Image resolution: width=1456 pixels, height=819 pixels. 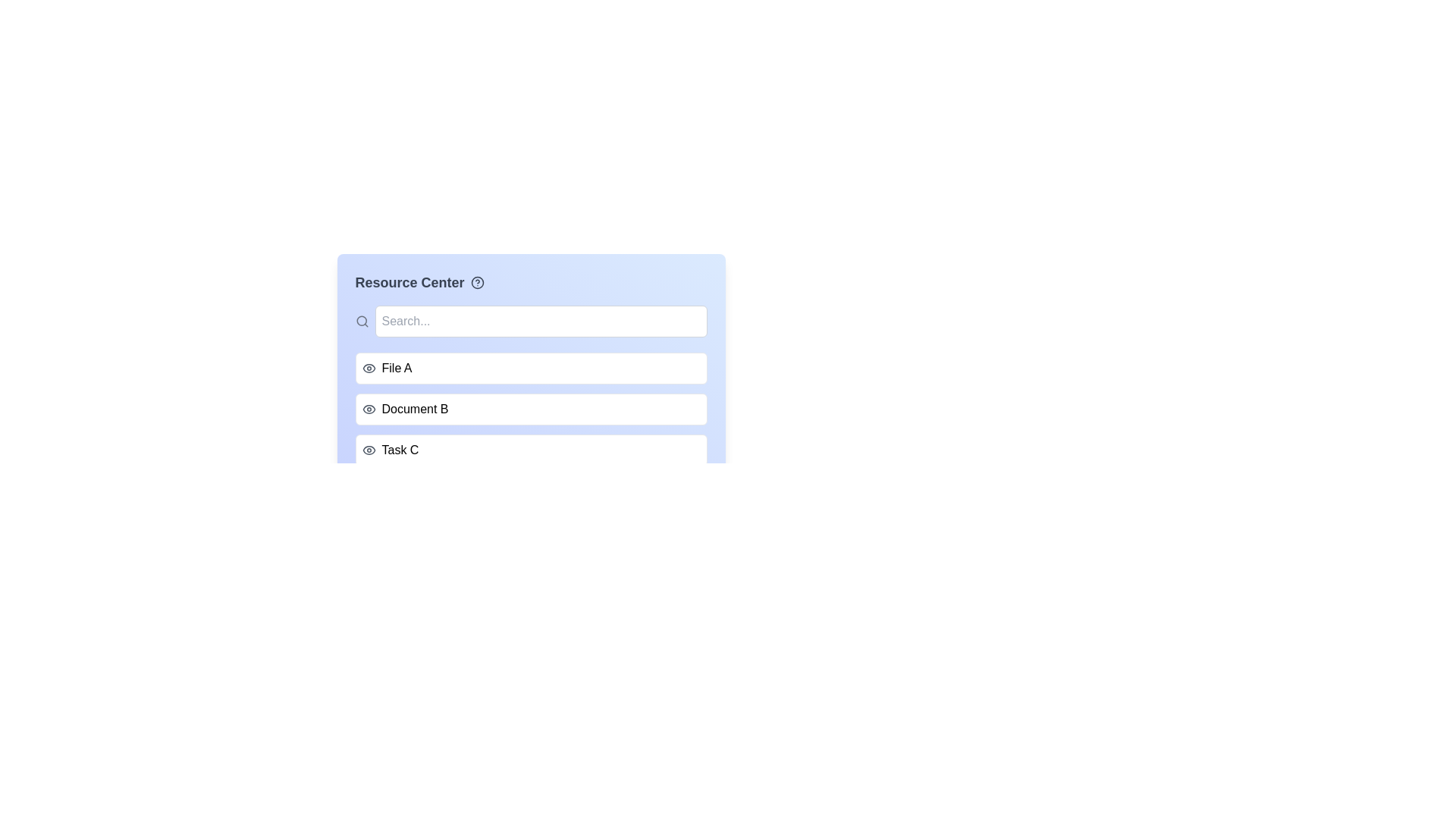 I want to click on the outer circular boundary of the SVG icon representing the help feature, located near the title 'Resource Center', so click(x=476, y=283).